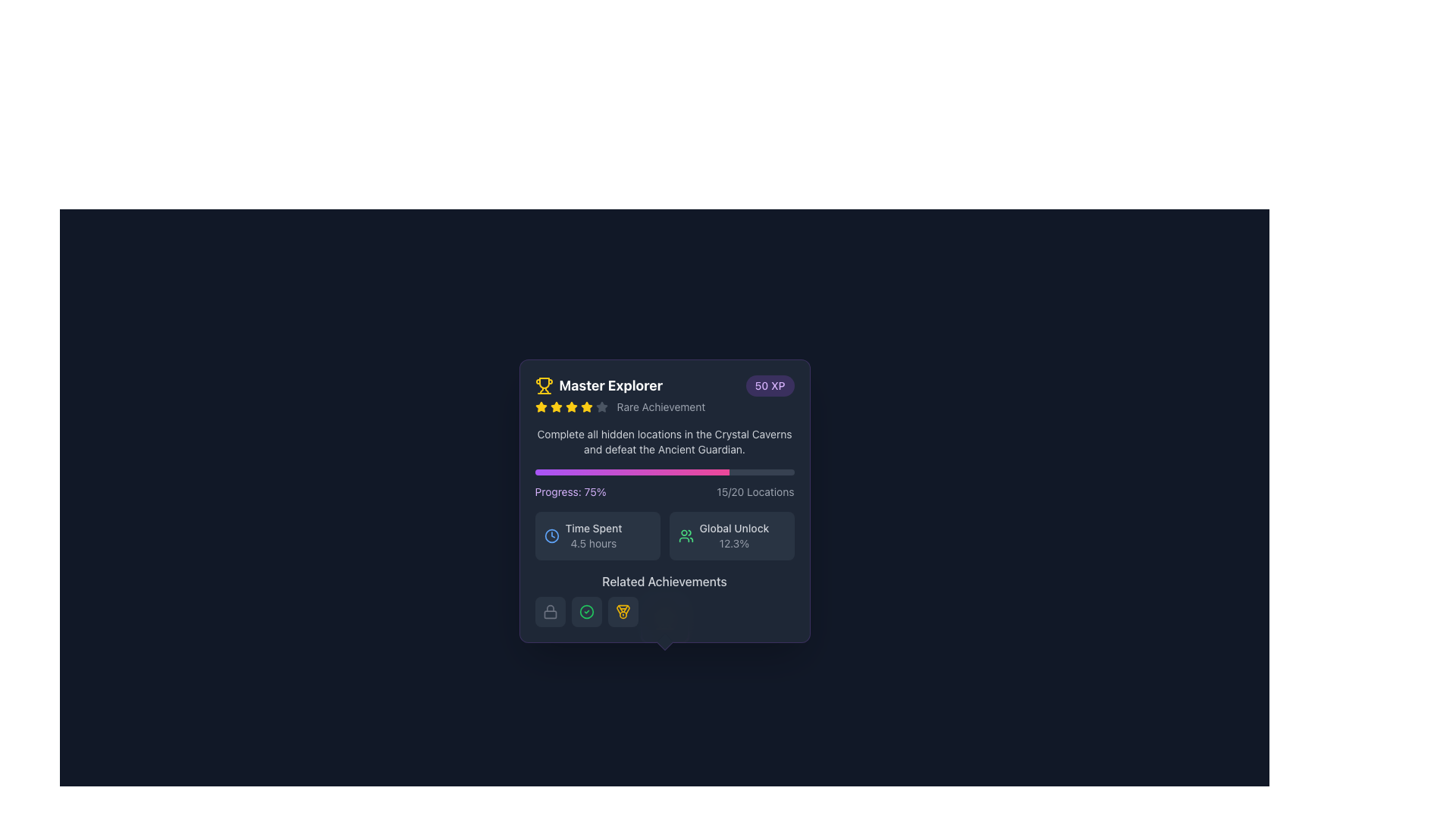 This screenshot has height=819, width=1456. What do you see at coordinates (551, 535) in the screenshot?
I see `the time icon located to the left of the '4.5 hours' text within the 'Time Spent' block in the bottom-left area of the information card` at bounding box center [551, 535].